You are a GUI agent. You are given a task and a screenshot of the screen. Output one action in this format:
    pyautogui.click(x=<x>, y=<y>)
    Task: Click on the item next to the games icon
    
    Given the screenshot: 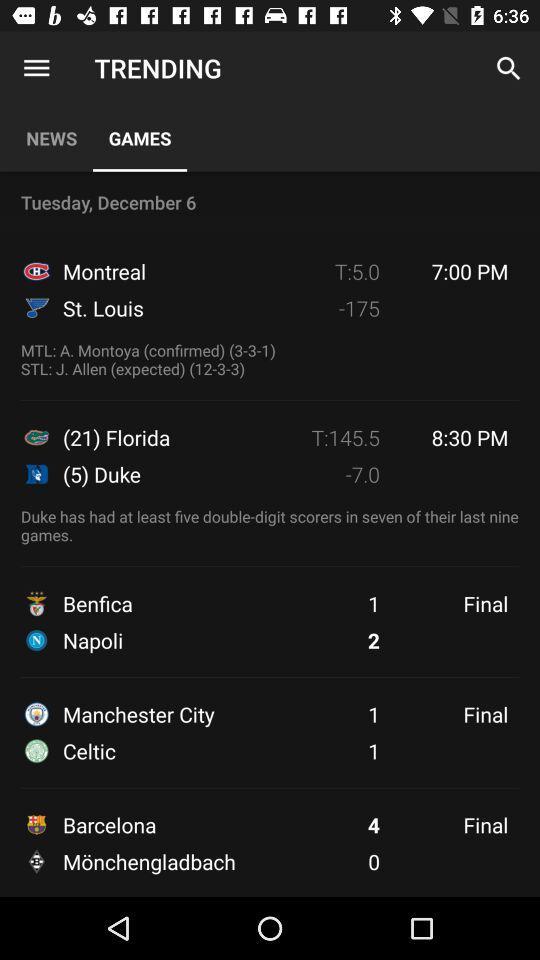 What is the action you would take?
    pyautogui.click(x=36, y=68)
    